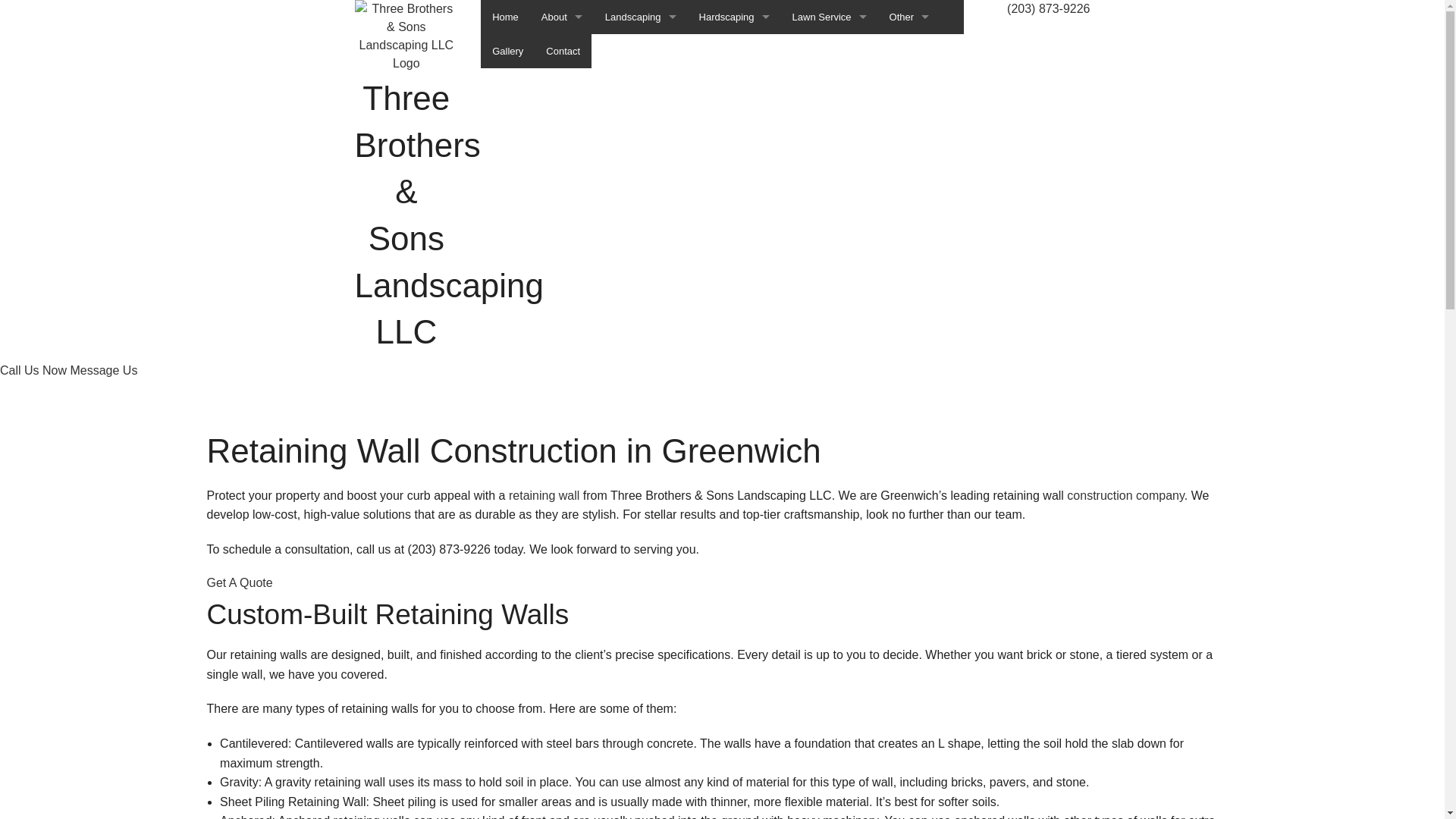 The width and height of the screenshot is (1456, 819). Describe the element at coordinates (909, 187) in the screenshot. I see `'Seasoned Firewood'` at that location.